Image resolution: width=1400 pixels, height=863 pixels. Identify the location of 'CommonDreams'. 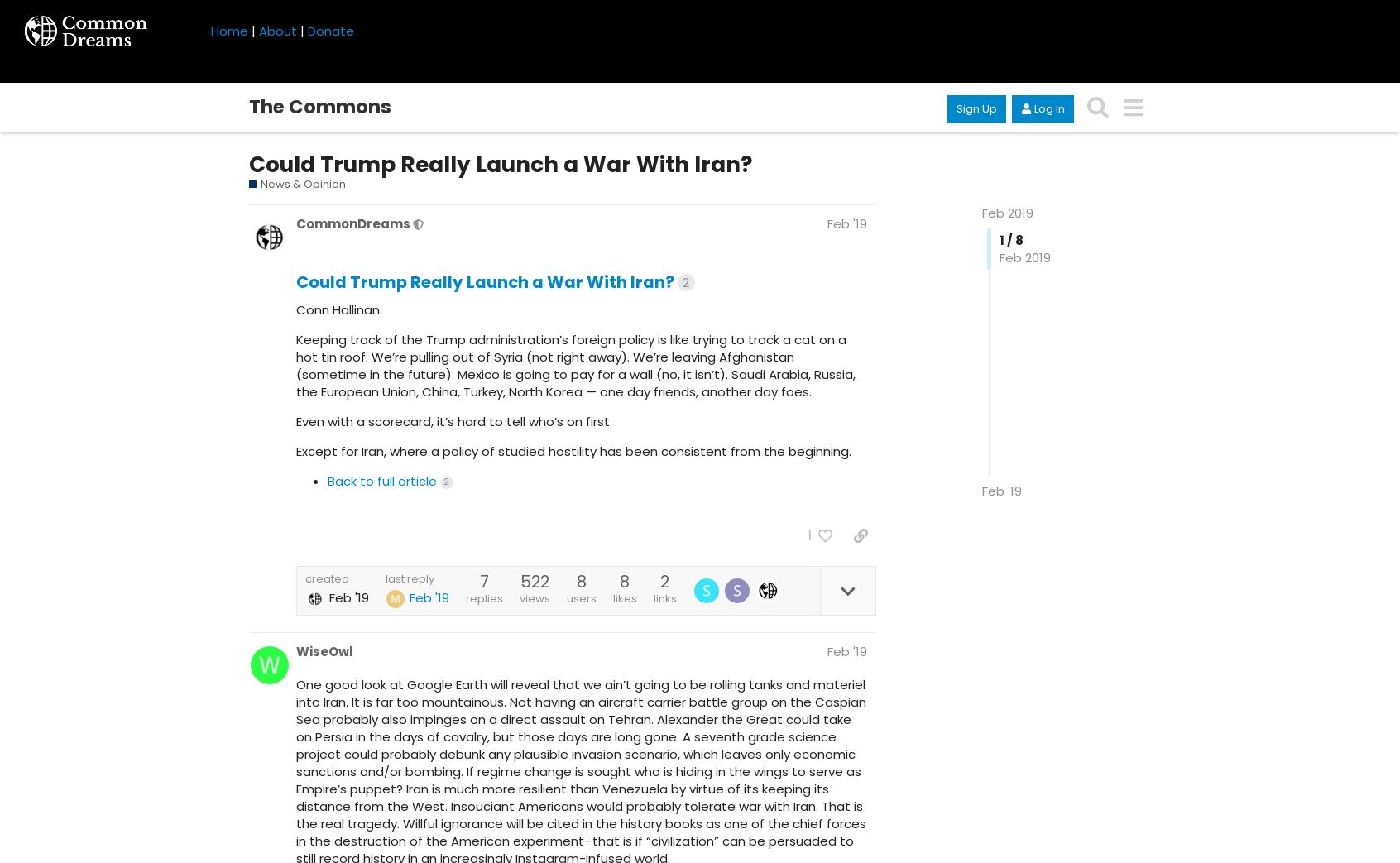
(296, 223).